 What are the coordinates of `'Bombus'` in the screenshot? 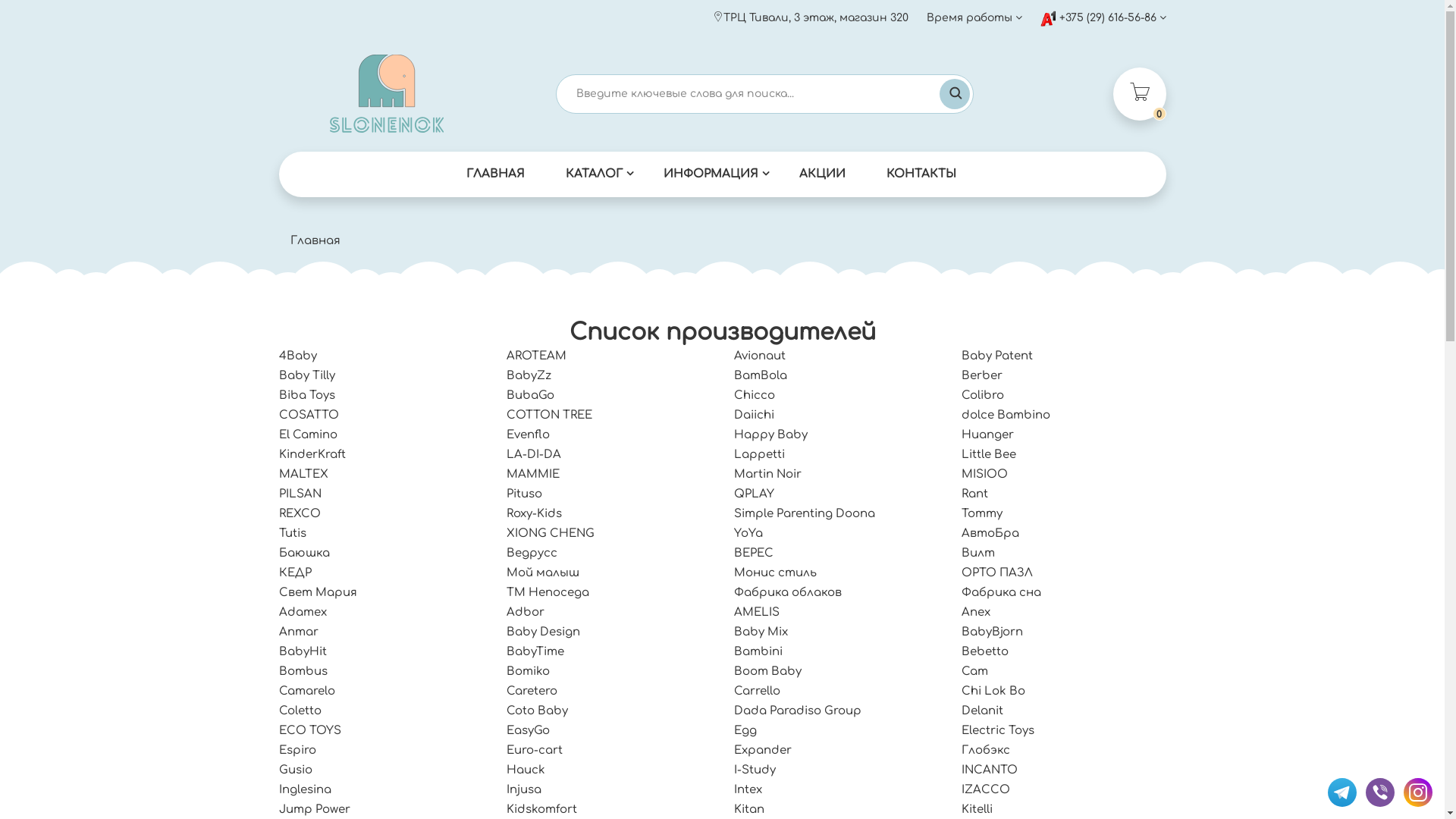 It's located at (303, 670).